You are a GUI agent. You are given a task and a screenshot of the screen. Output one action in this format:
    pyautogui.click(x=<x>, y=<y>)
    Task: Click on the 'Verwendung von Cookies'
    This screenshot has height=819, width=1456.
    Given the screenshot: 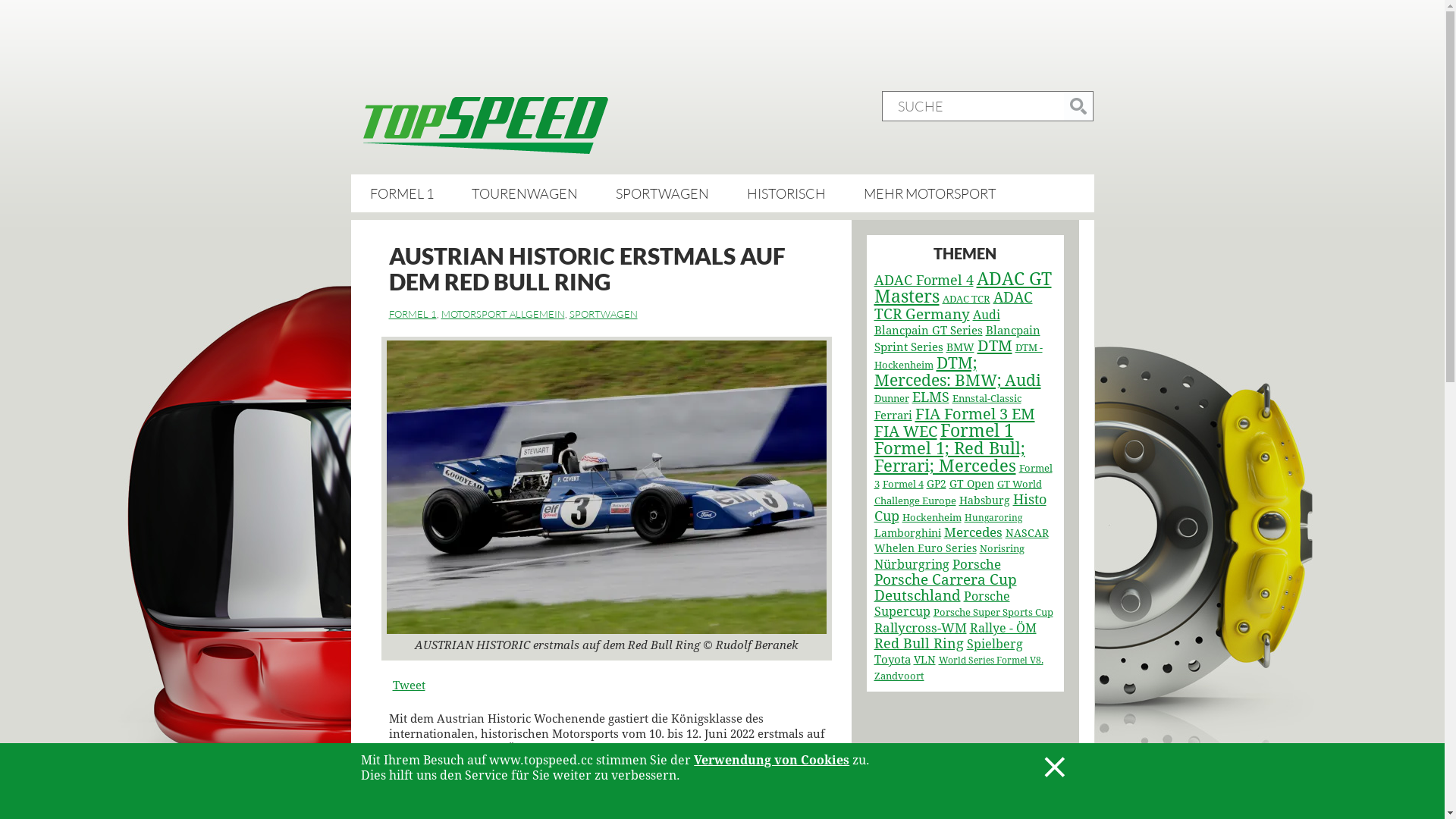 What is the action you would take?
    pyautogui.click(x=771, y=760)
    